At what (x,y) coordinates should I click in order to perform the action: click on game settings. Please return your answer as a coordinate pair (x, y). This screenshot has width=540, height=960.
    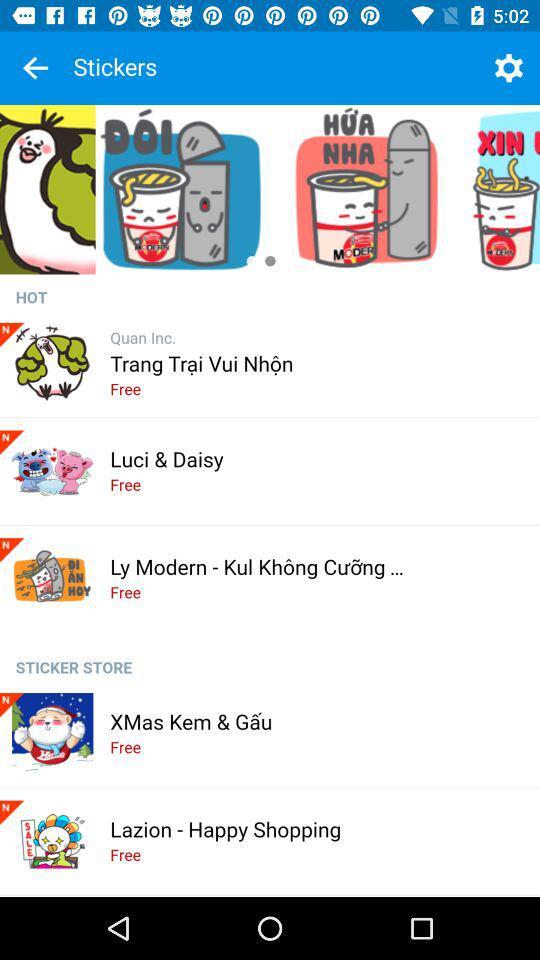
    Looking at the image, I should click on (508, 68).